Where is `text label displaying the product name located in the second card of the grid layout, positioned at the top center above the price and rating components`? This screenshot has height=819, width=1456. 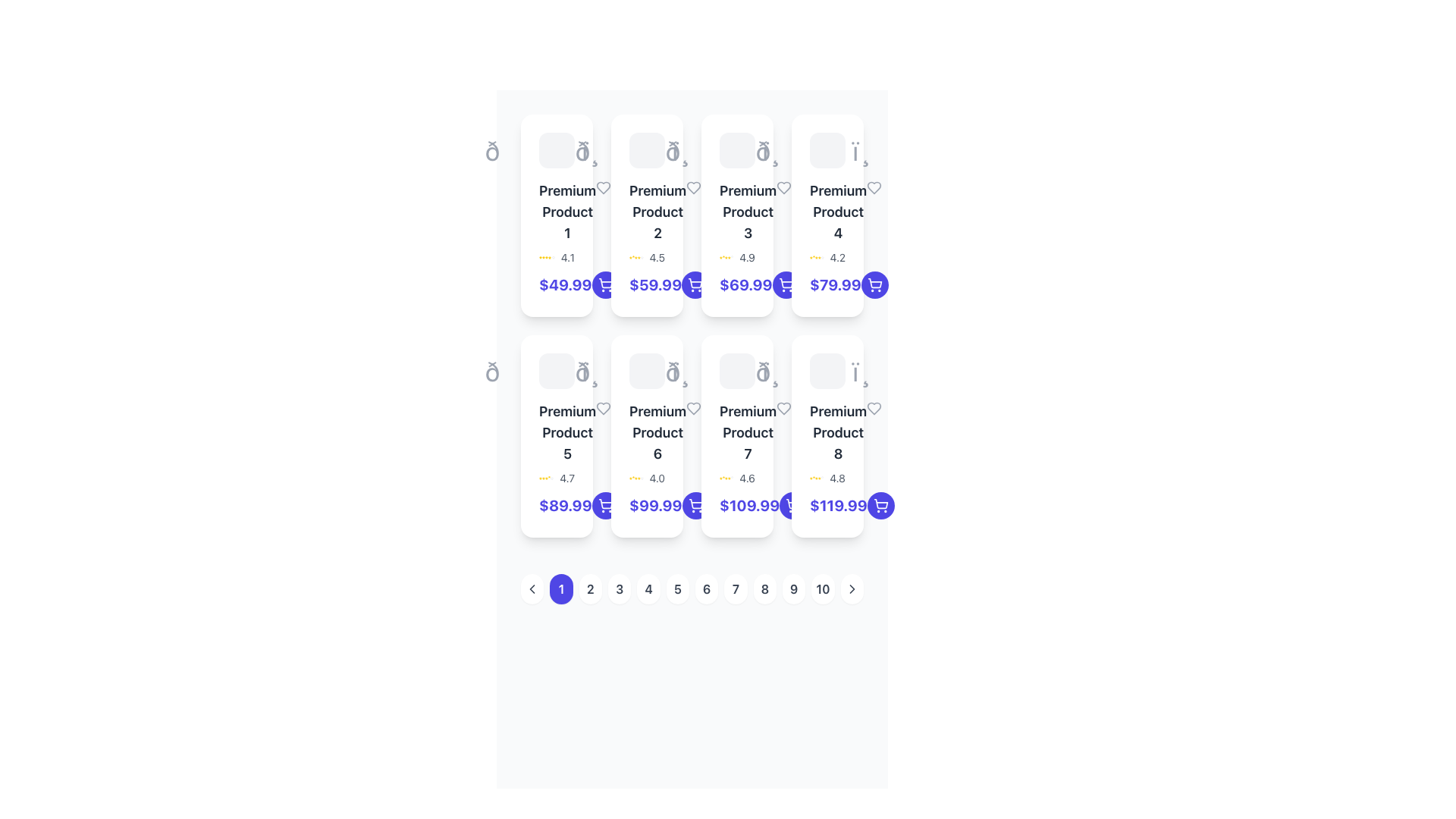
text label displaying the product name located in the second card of the grid layout, positioned at the top center above the price and rating components is located at coordinates (657, 212).